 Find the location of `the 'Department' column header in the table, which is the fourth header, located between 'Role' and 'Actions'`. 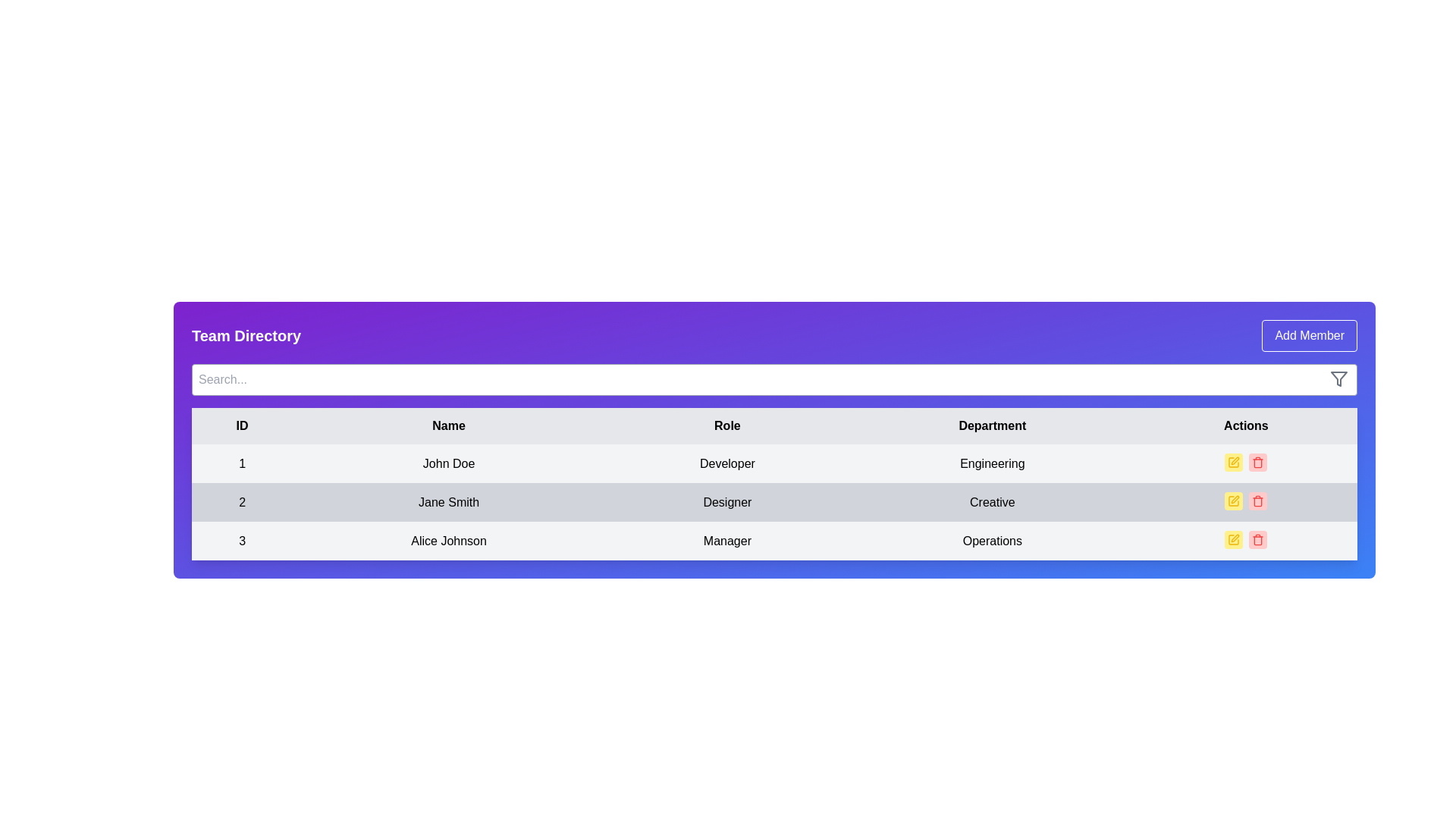

the 'Department' column header in the table, which is the fourth header, located between 'Role' and 'Actions' is located at coordinates (992, 426).